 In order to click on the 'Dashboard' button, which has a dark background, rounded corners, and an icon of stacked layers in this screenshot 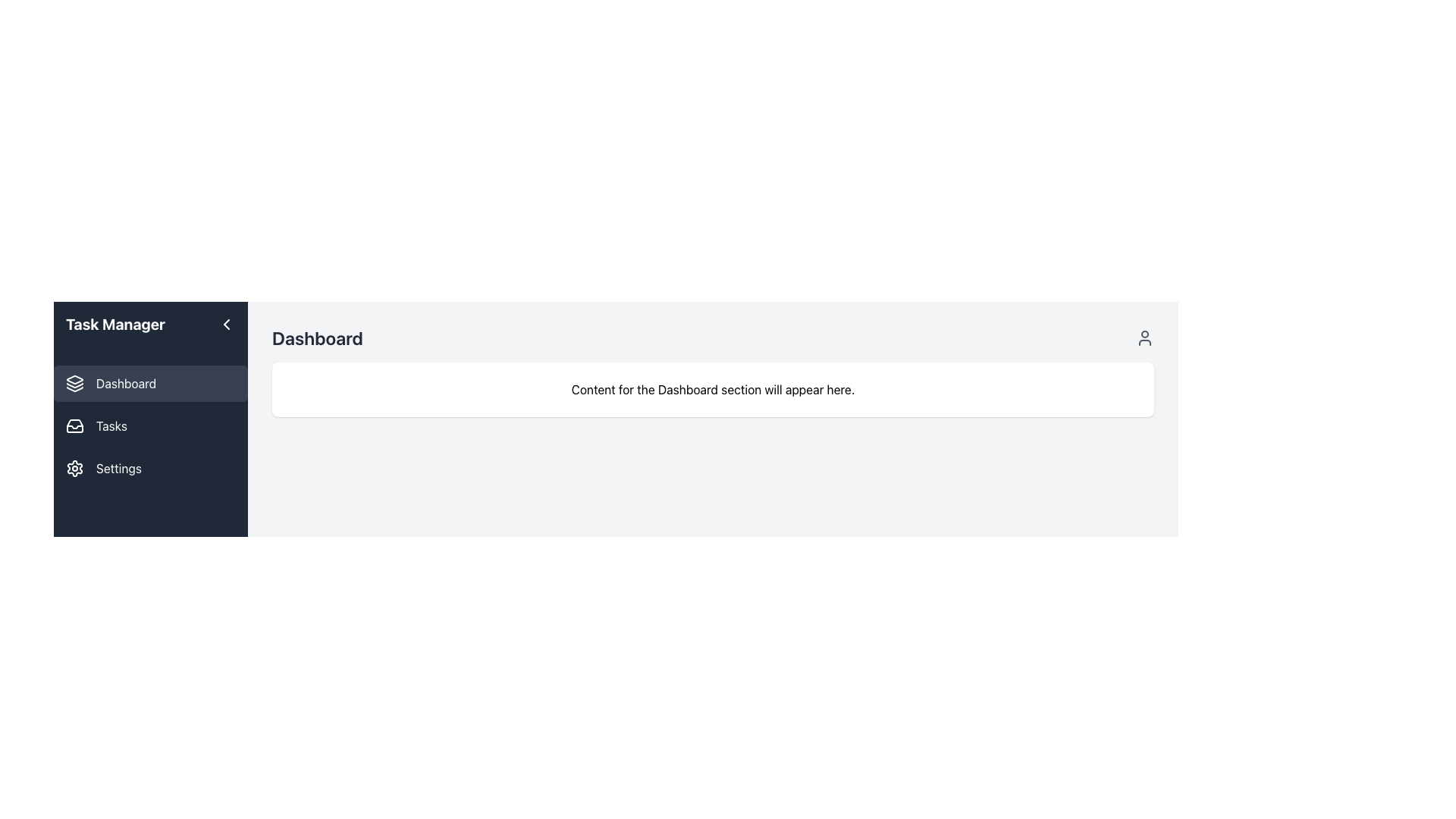, I will do `click(150, 382)`.